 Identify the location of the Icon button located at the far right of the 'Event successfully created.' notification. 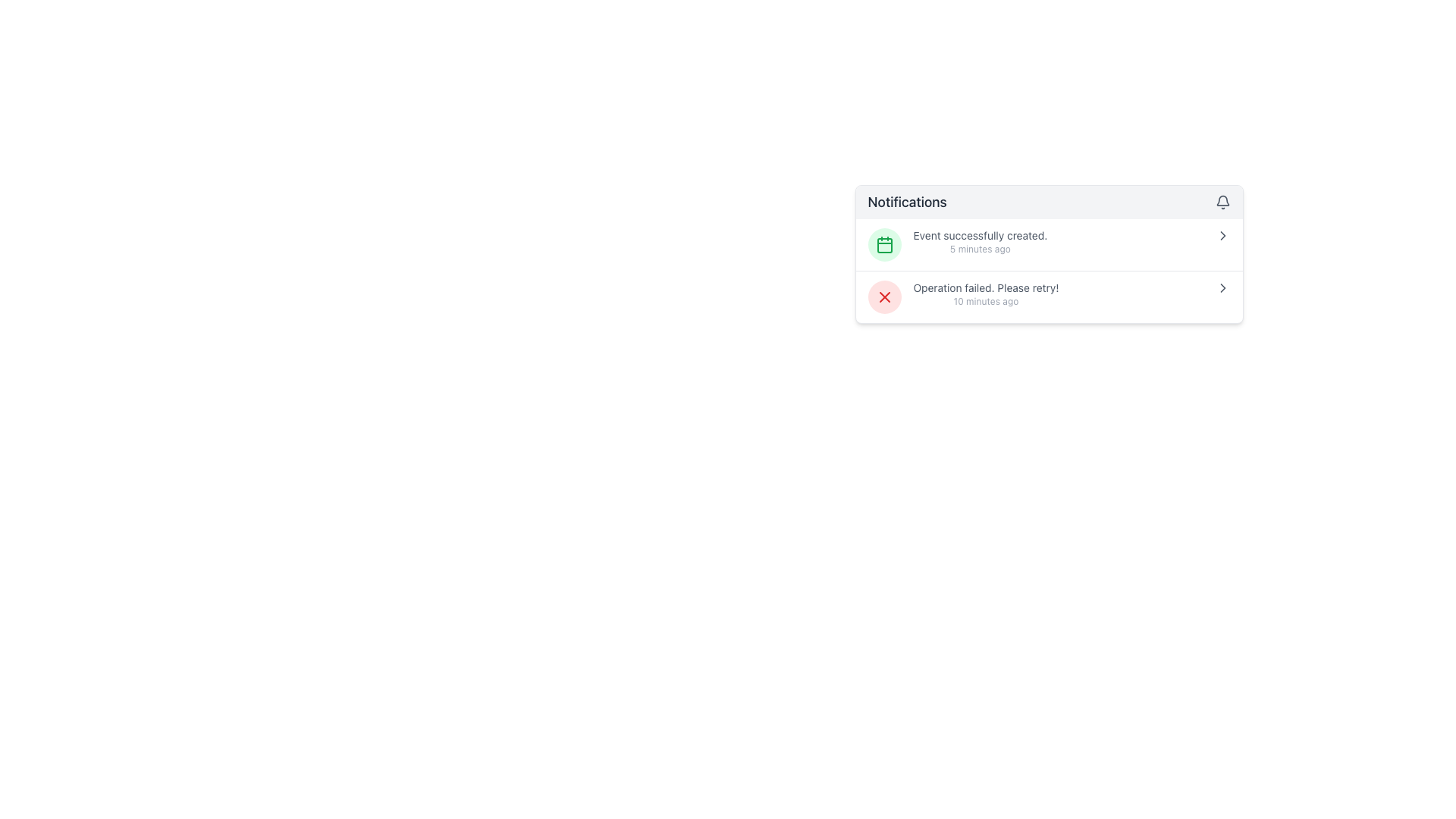
(1222, 236).